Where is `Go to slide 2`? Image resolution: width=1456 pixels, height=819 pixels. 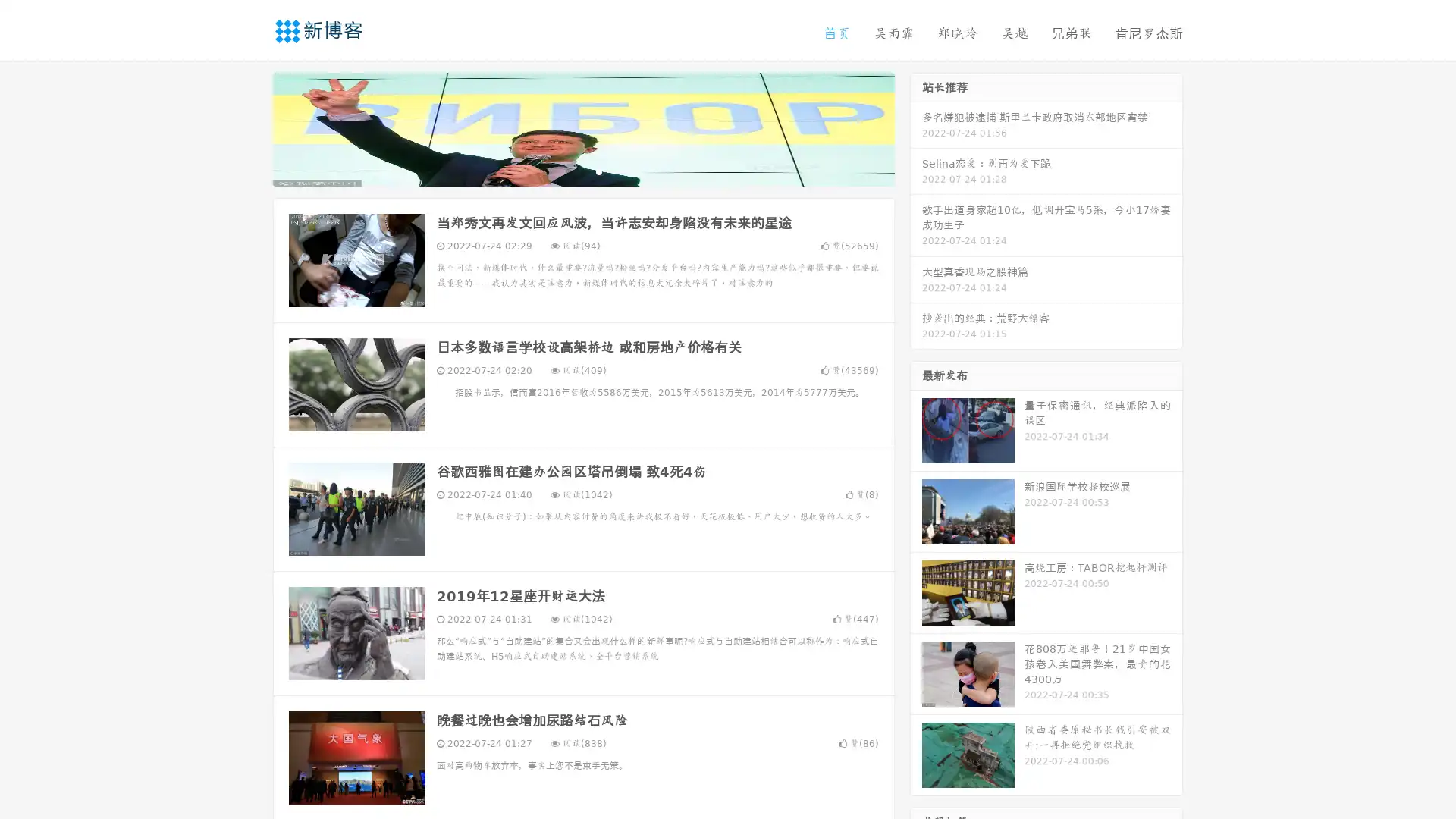
Go to slide 2 is located at coordinates (582, 171).